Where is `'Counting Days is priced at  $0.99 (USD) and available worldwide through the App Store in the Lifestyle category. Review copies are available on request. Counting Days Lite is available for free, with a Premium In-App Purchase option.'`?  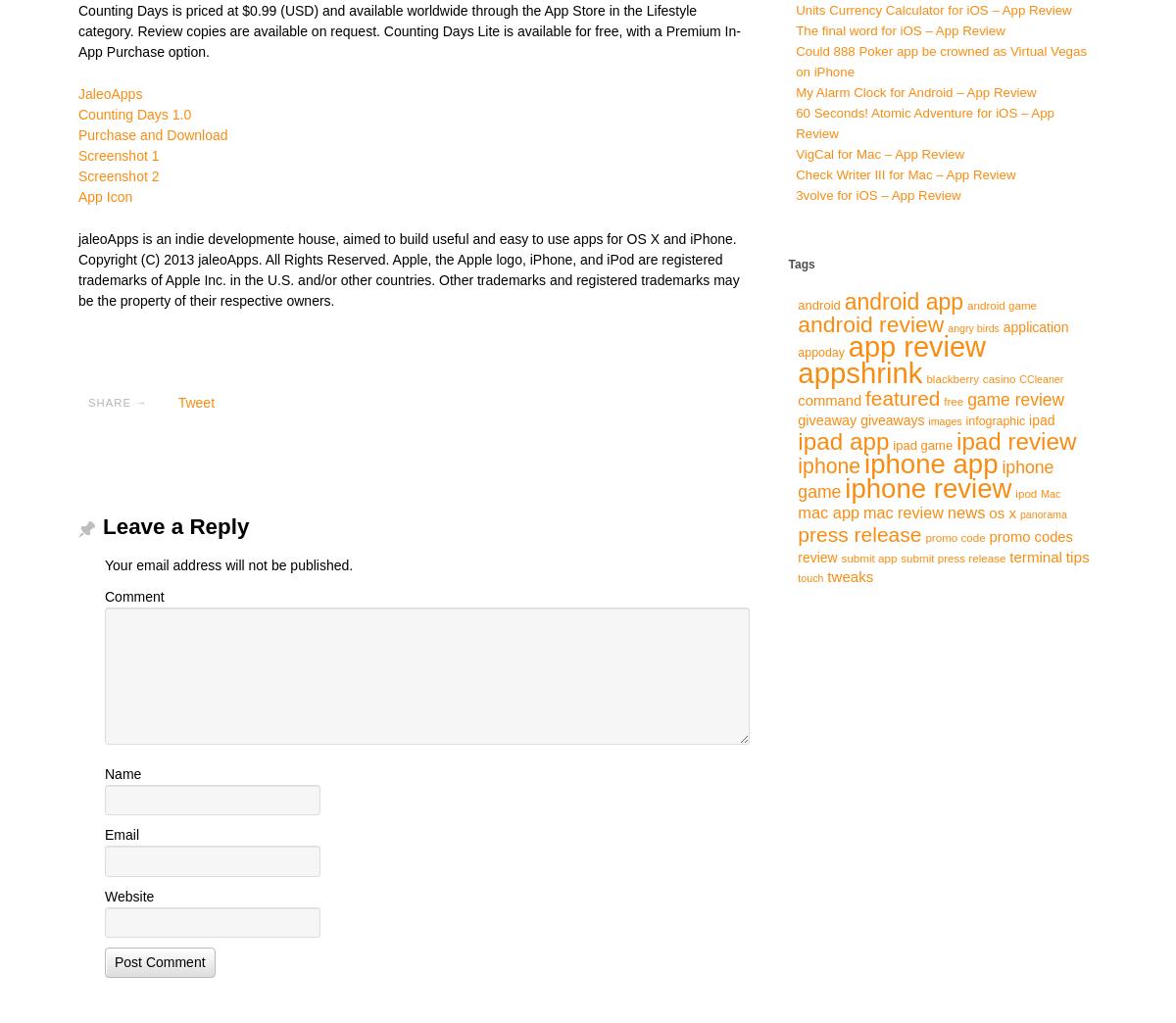 'Counting Days is priced at  $0.99 (USD) and available worldwide through the App Store in the Lifestyle category. Review copies are available on request. Counting Days Lite is available for free, with a Premium In-App Purchase option.' is located at coordinates (409, 29).